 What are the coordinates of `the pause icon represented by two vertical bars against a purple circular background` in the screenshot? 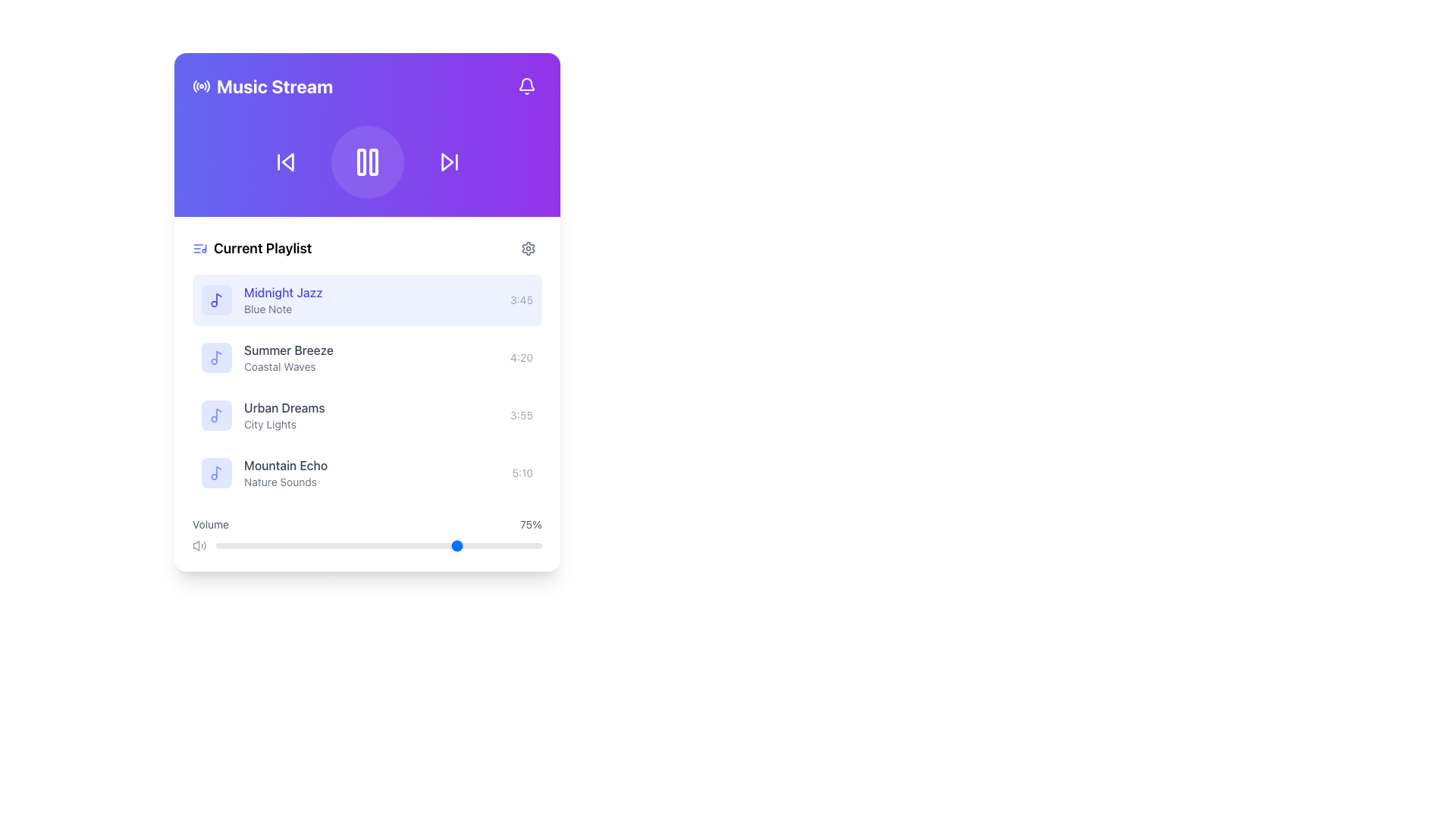 It's located at (367, 162).